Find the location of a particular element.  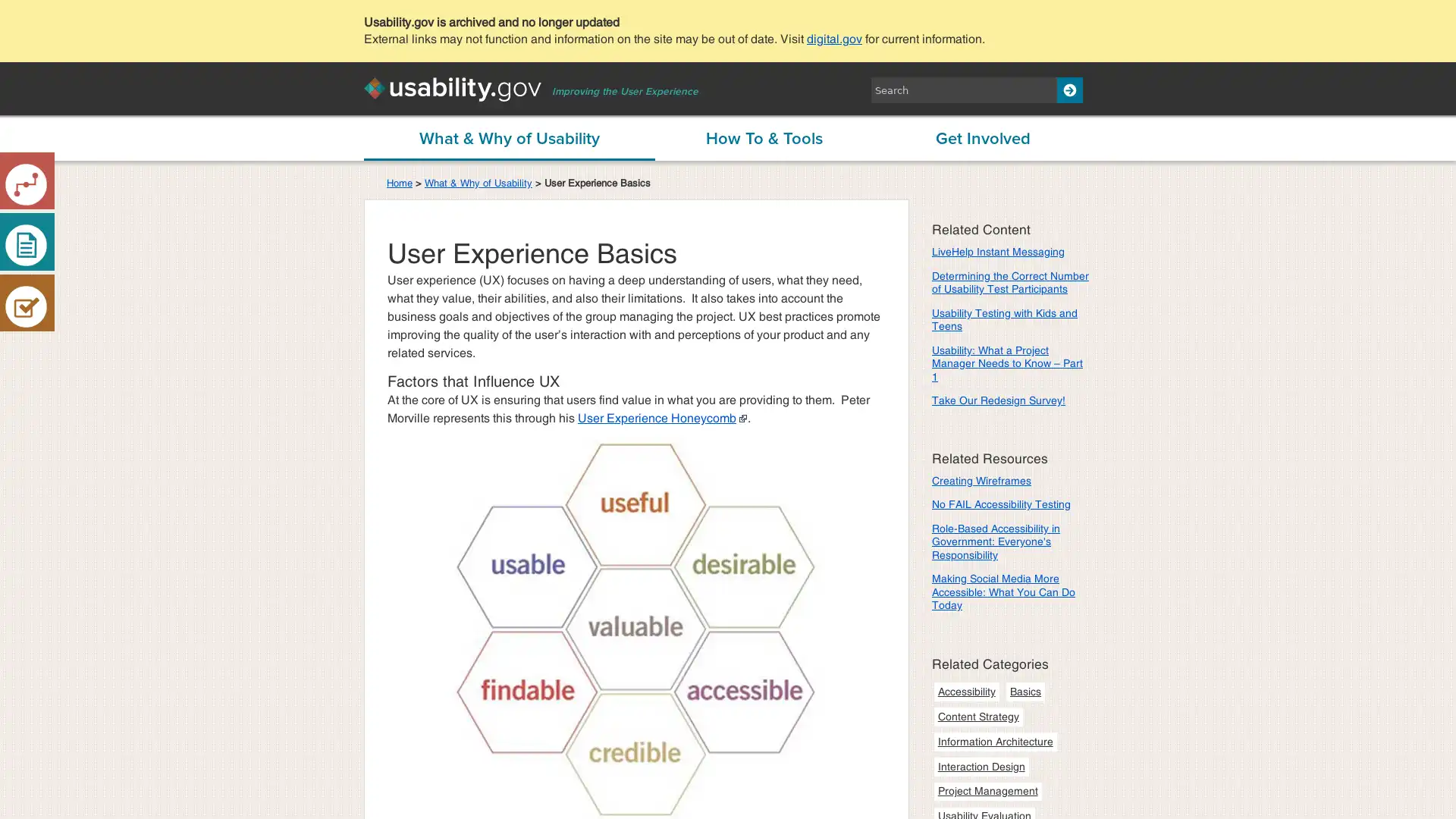

Search is located at coordinates (1069, 90).